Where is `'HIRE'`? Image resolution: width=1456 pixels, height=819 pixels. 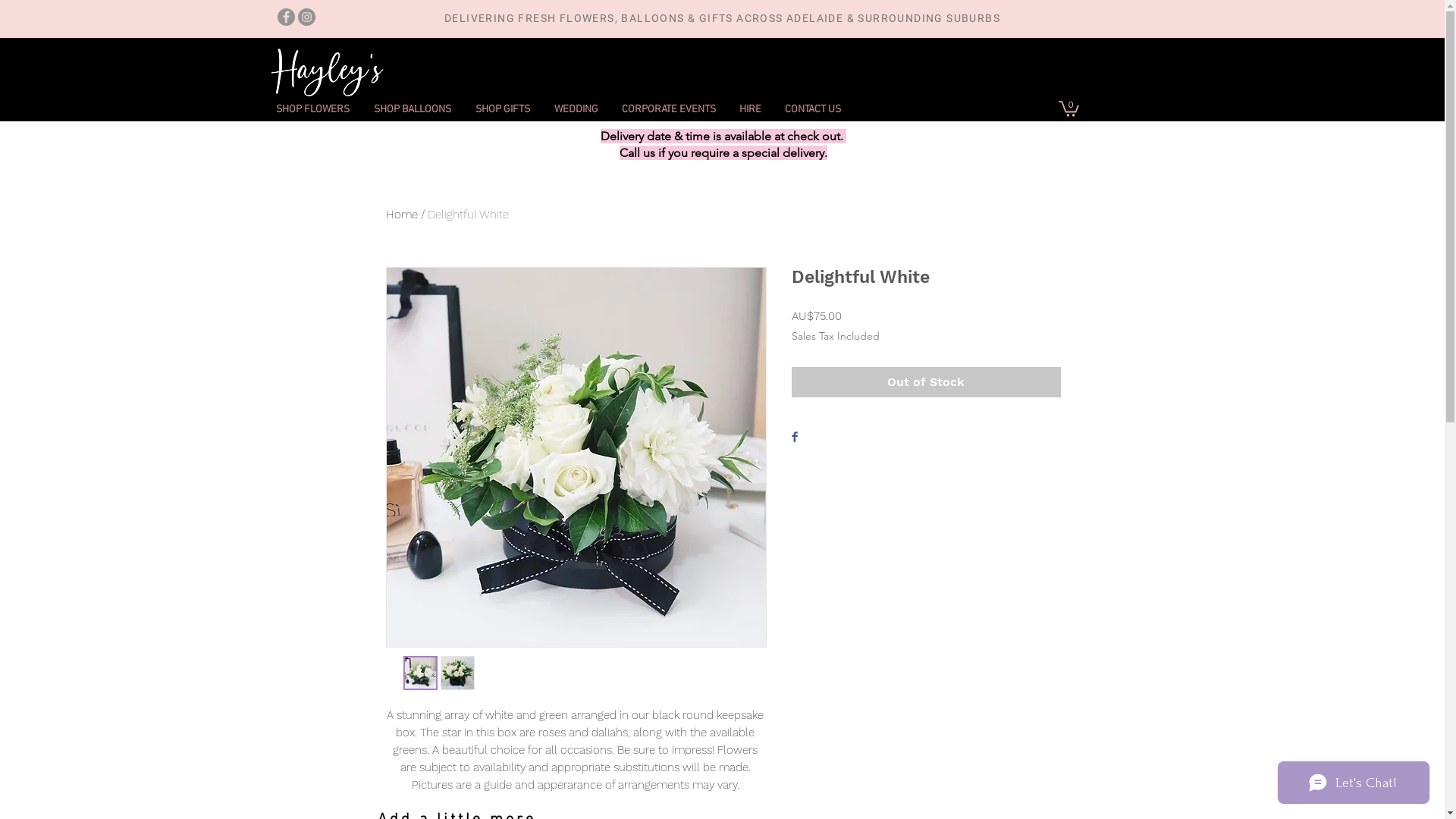
'HIRE' is located at coordinates (749, 108).